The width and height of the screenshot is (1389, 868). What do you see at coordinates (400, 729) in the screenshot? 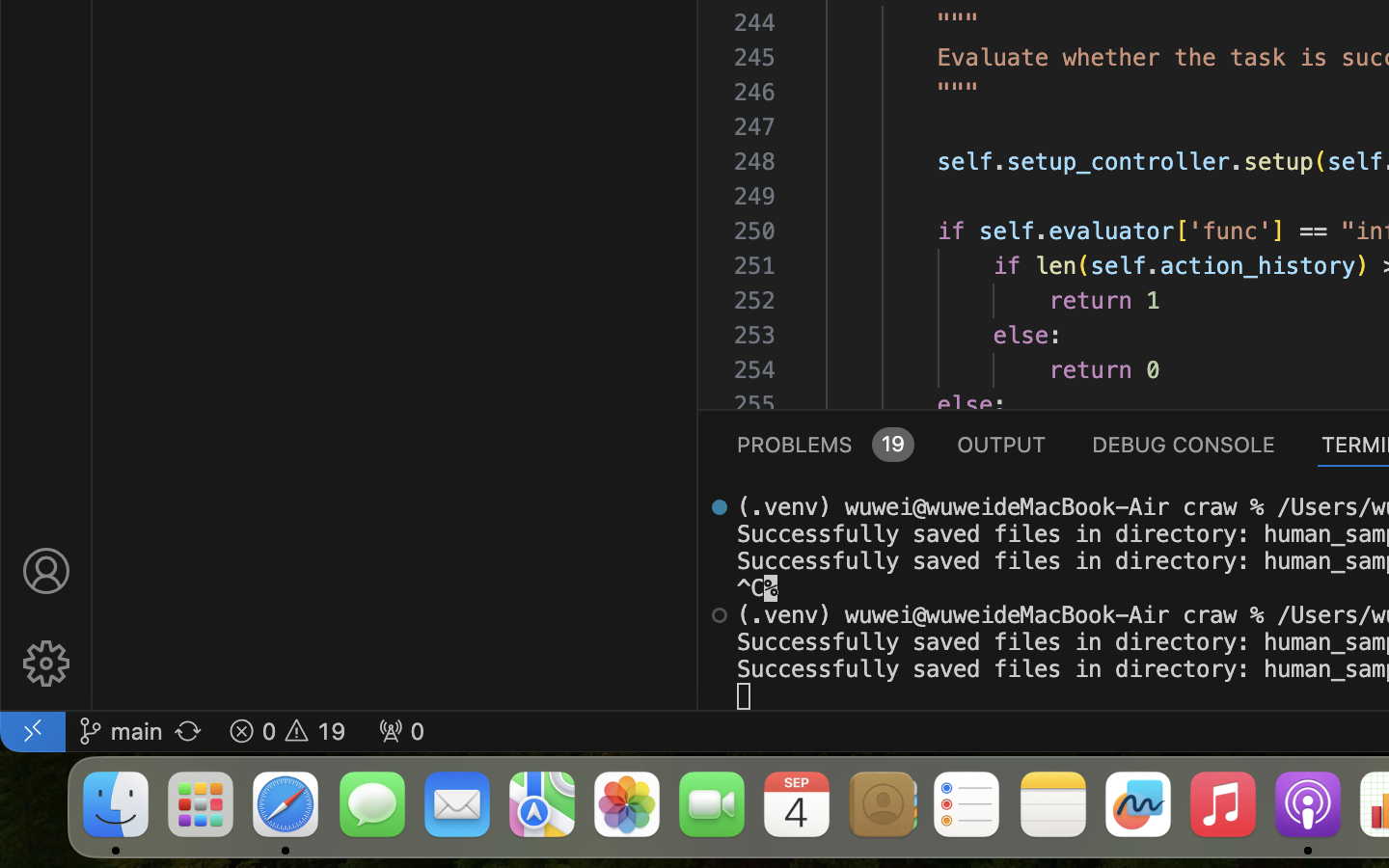
I see `' 0'` at bounding box center [400, 729].